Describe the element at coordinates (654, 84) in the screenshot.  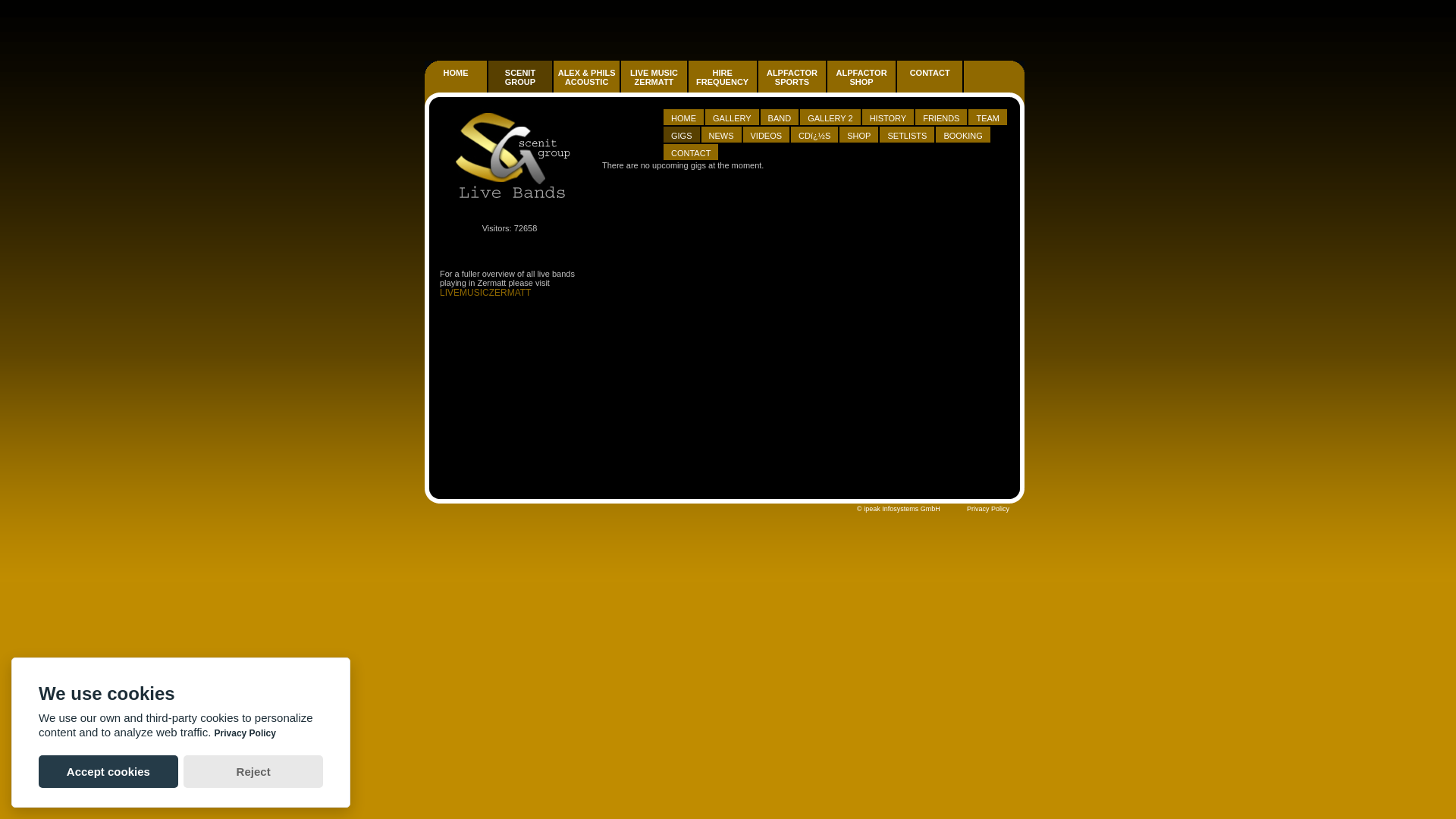
I see `'LIVE MUSIC` at that location.